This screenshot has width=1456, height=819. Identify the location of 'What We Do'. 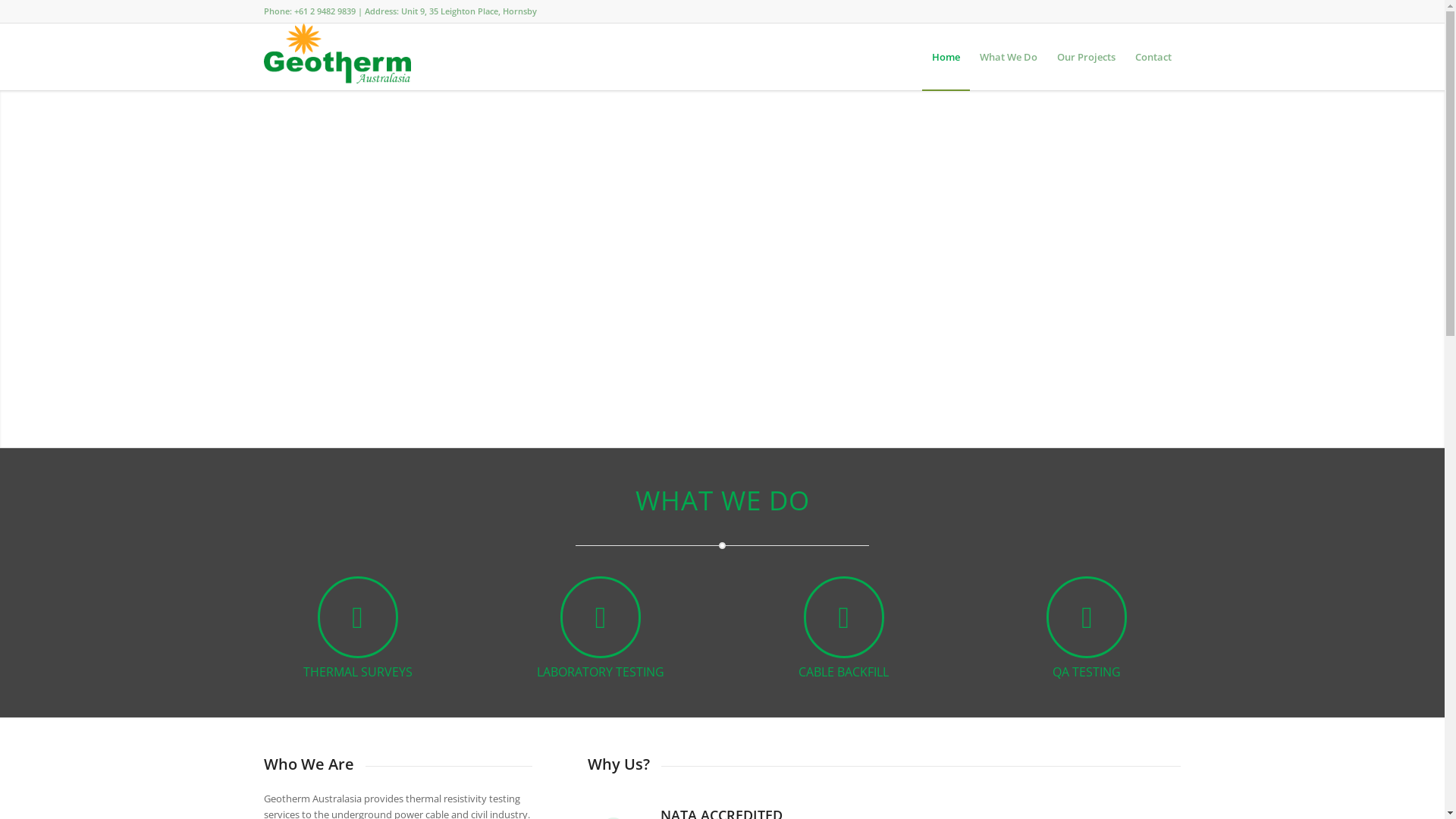
(1008, 55).